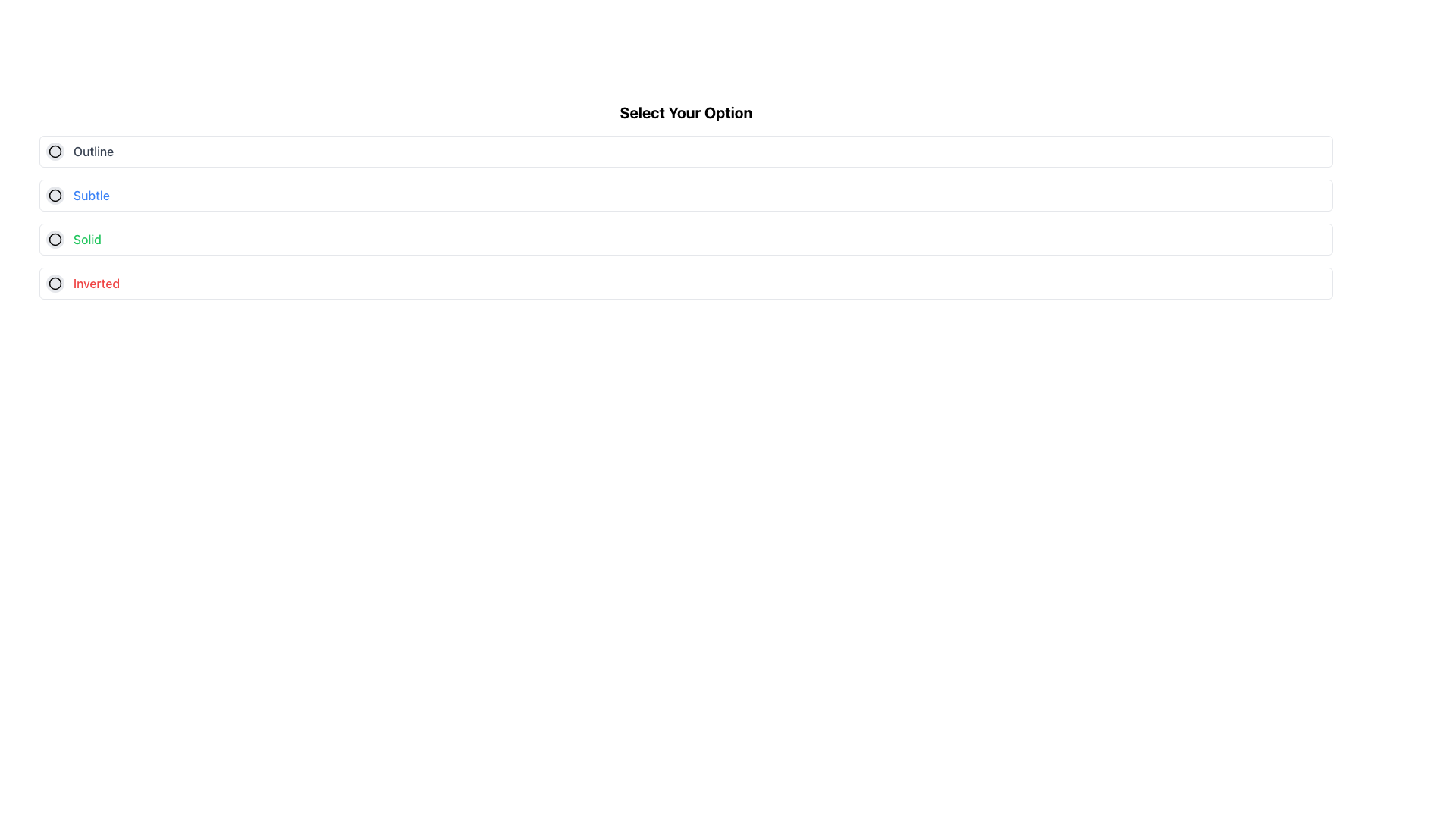  I want to click on text label 'Inverted', which is styled in red and is the fourth selectable option in the list, so click(96, 284).